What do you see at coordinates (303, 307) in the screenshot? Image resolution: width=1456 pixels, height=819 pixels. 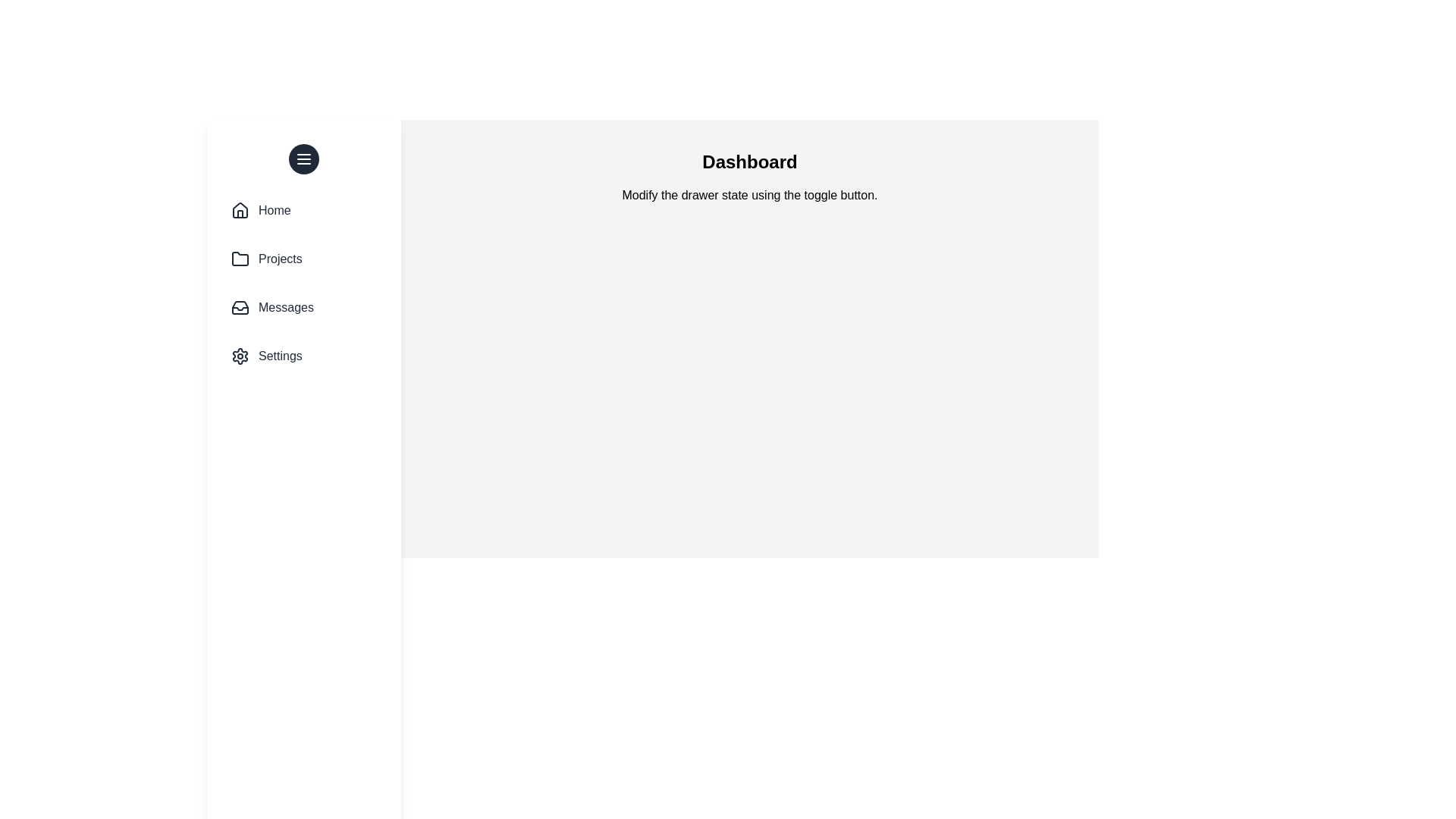 I see `the menu item labeled Messages to navigate to its respective section` at bounding box center [303, 307].